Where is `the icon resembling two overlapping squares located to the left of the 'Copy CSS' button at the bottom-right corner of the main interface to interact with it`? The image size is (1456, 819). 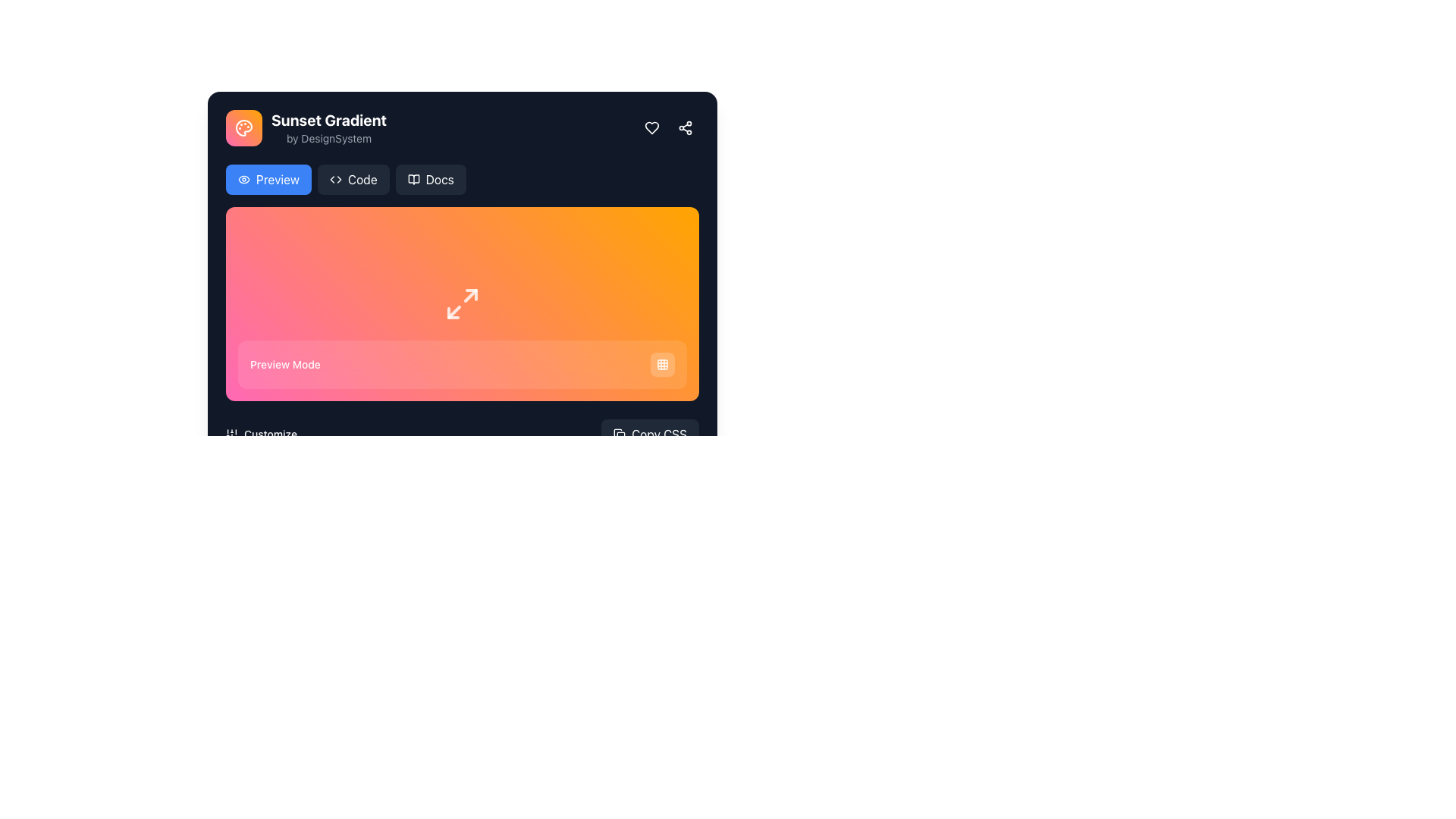 the icon resembling two overlapping squares located to the left of the 'Copy CSS' button at the bottom-right corner of the main interface to interact with it is located at coordinates (620, 435).